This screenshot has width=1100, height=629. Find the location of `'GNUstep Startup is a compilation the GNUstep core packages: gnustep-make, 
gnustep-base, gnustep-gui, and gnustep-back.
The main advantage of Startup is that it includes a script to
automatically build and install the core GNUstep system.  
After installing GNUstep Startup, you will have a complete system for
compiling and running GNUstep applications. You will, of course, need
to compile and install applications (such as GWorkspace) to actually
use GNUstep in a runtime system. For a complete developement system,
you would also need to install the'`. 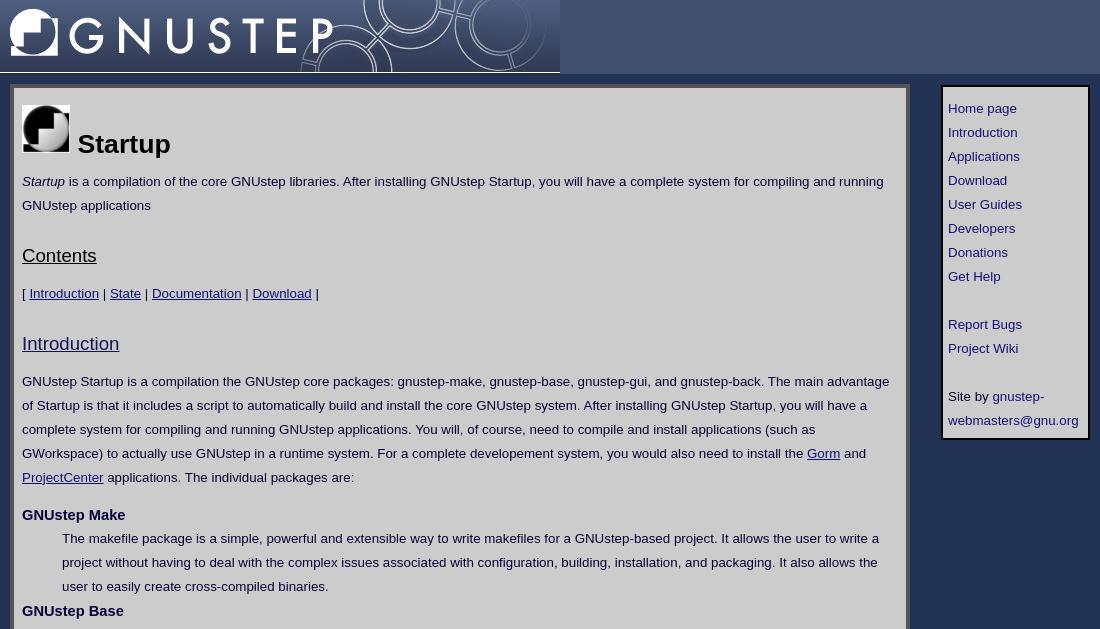

'GNUstep Startup is a compilation the GNUstep core packages: gnustep-make, 
gnustep-base, gnustep-gui, and gnustep-back.
The main advantage of Startup is that it includes a script to
automatically build and install the core GNUstep system.  
After installing GNUstep Startup, you will have a complete system for
compiling and running GNUstep applications. You will, of course, need
to compile and install applications (such as GWorkspace) to actually
use GNUstep in a runtime system. For a complete developement system,
you would also need to install the' is located at coordinates (21, 416).